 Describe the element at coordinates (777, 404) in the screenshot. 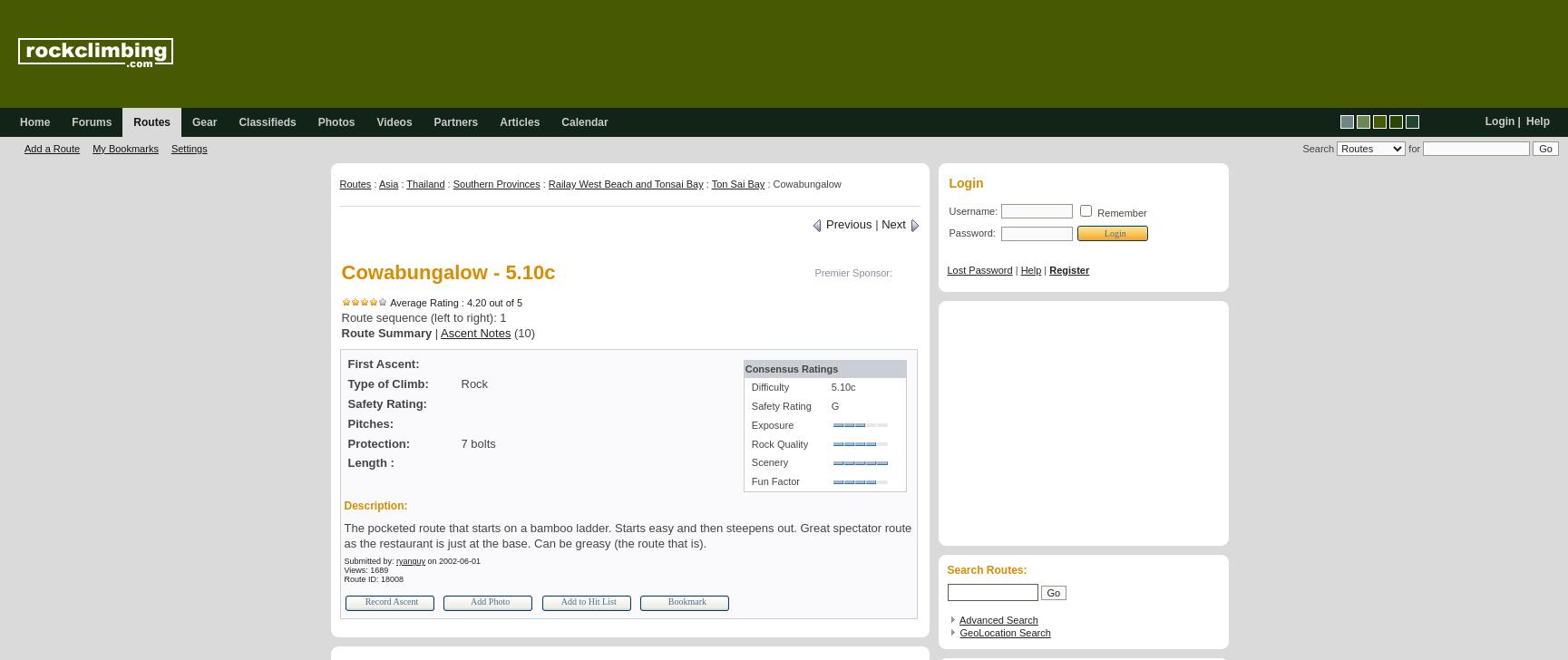

I see `'Safety Rating'` at that location.